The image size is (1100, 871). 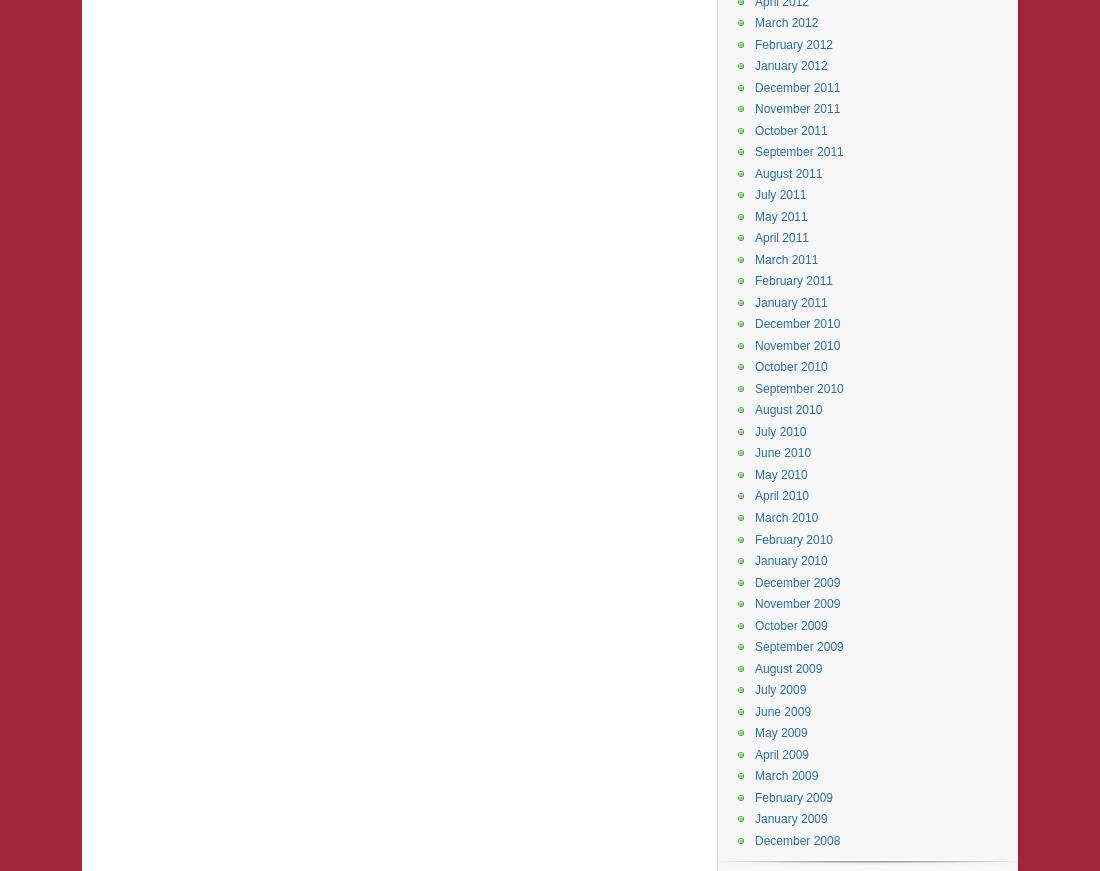 What do you see at coordinates (797, 581) in the screenshot?
I see `'December 2009'` at bounding box center [797, 581].